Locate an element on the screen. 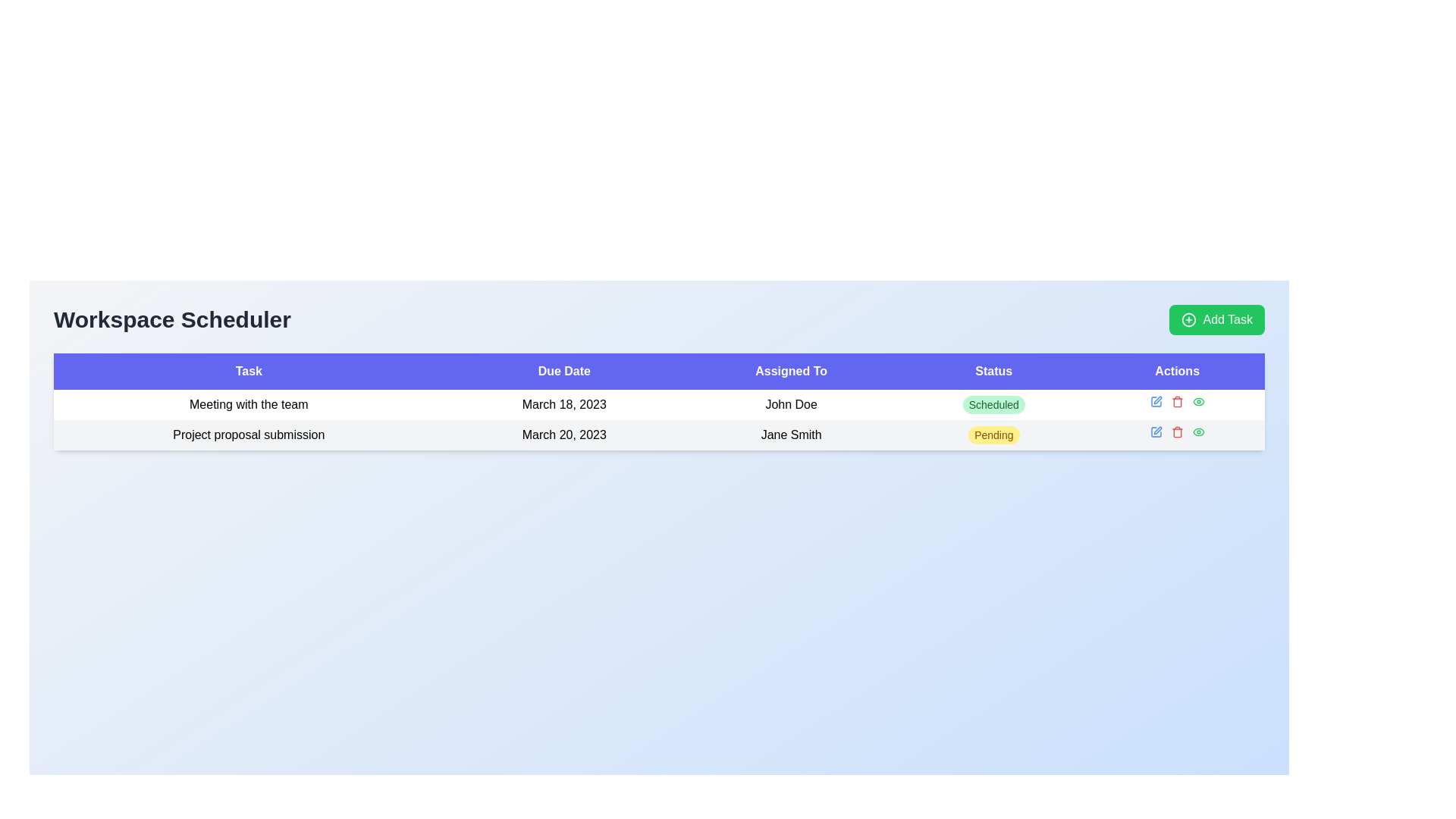 This screenshot has height=819, width=1456. the informational text displaying the assignee 'Jane Smith' within the task row for 'Project proposal submission', located under the 'Assigned To' column is located at coordinates (790, 435).